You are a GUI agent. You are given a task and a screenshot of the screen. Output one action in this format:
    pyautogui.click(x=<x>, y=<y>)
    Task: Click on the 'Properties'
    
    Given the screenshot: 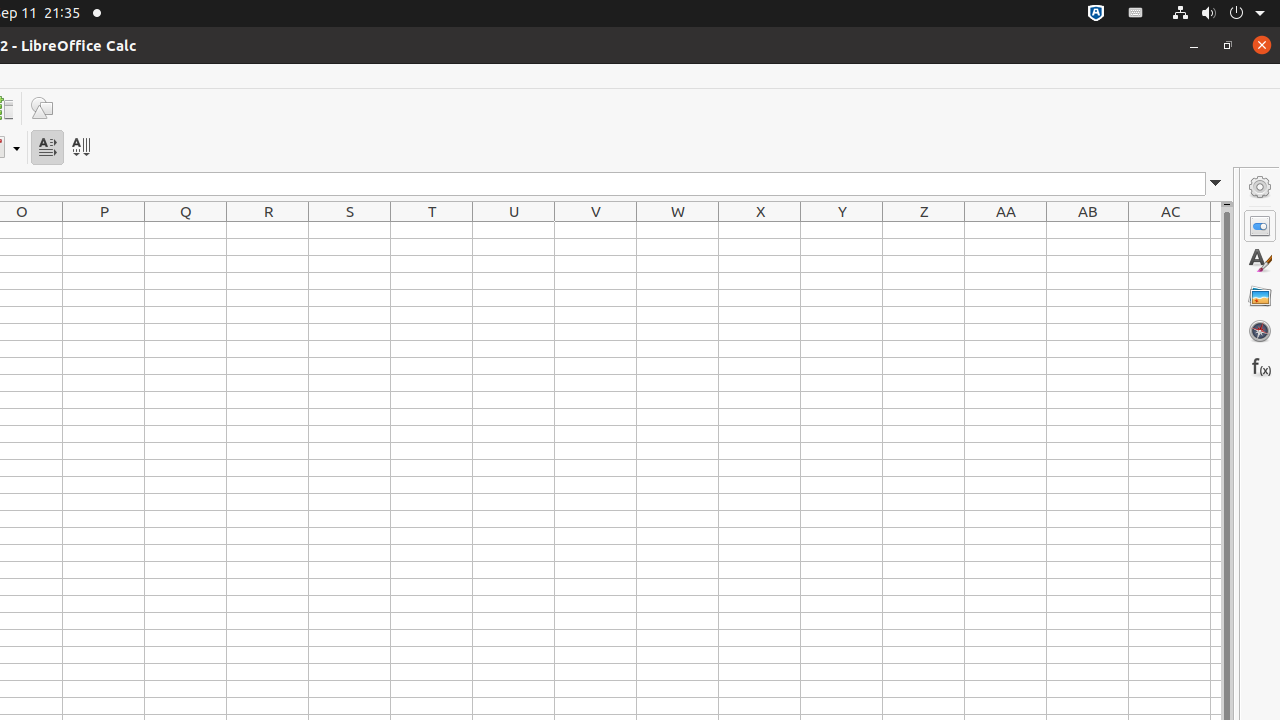 What is the action you would take?
    pyautogui.click(x=1259, y=225)
    